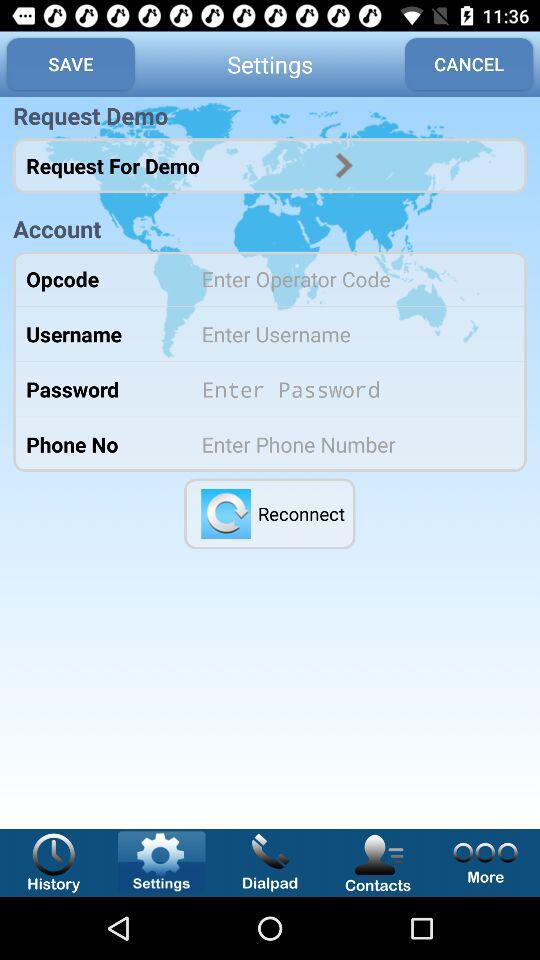  I want to click on text option, so click(350, 334).